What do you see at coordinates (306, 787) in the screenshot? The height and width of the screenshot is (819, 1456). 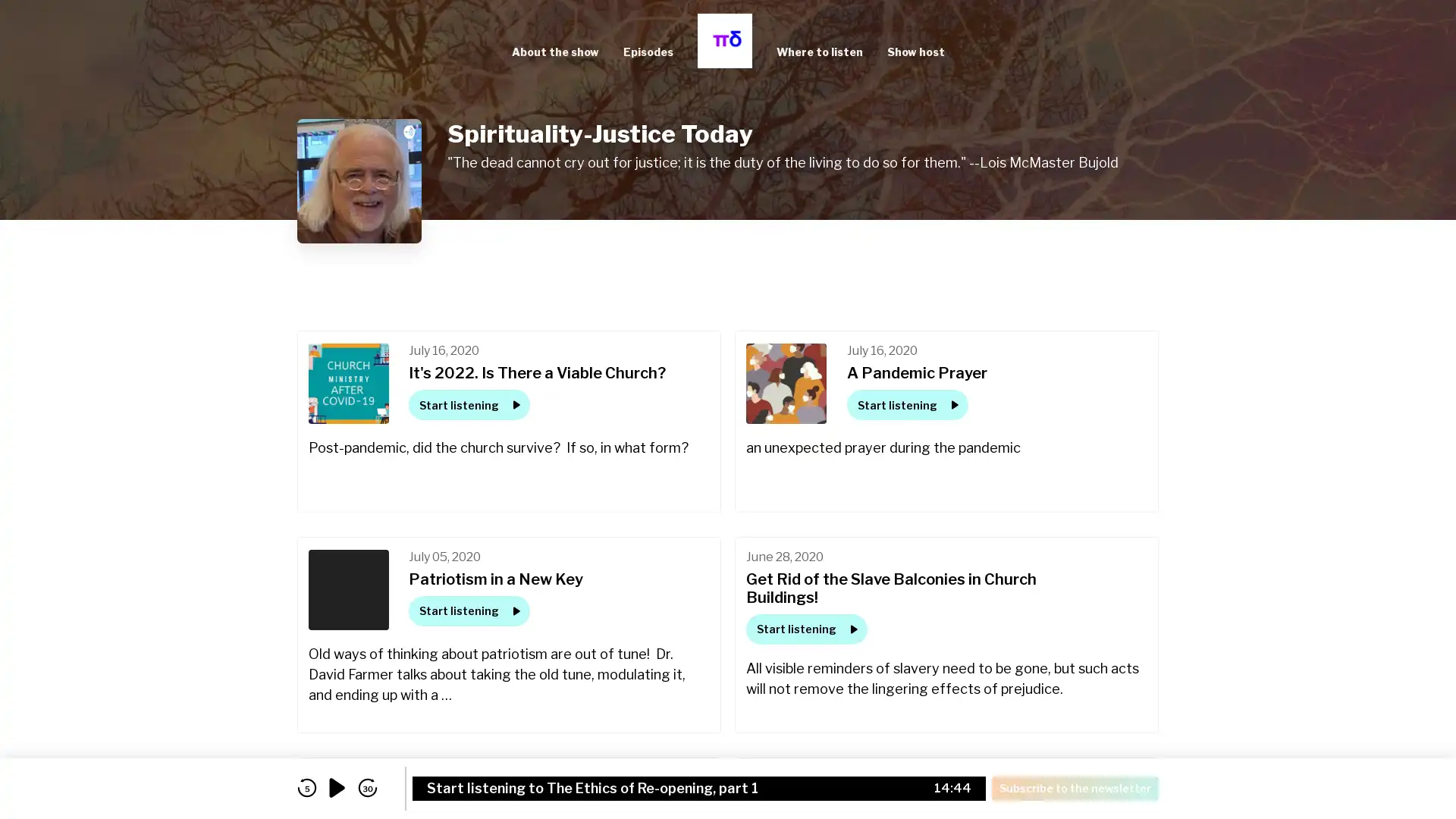 I see `skip back 5 seconds` at bounding box center [306, 787].